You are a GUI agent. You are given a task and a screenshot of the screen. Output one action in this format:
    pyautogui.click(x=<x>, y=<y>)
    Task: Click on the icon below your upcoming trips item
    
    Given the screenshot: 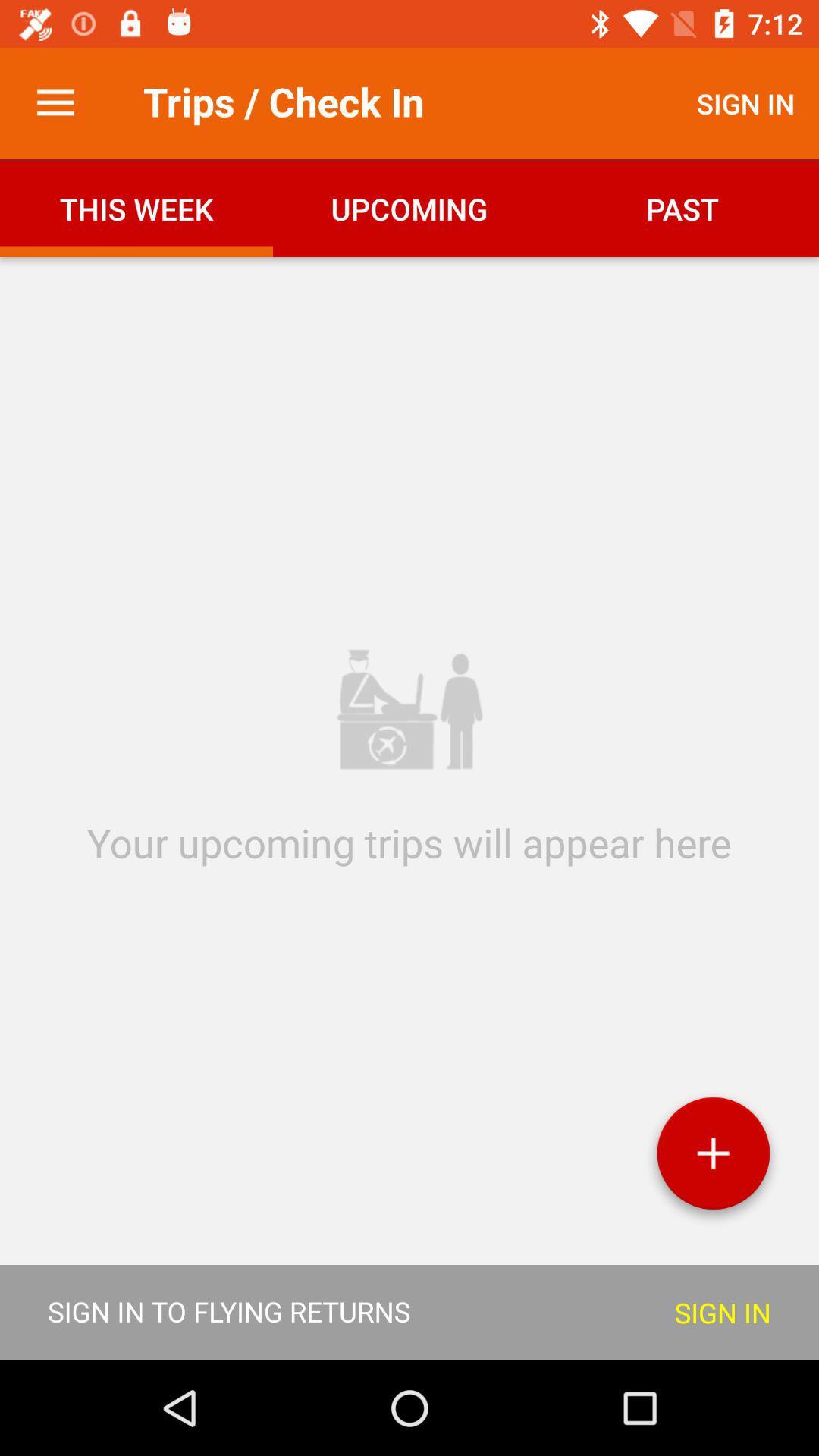 What is the action you would take?
    pyautogui.click(x=713, y=1158)
    